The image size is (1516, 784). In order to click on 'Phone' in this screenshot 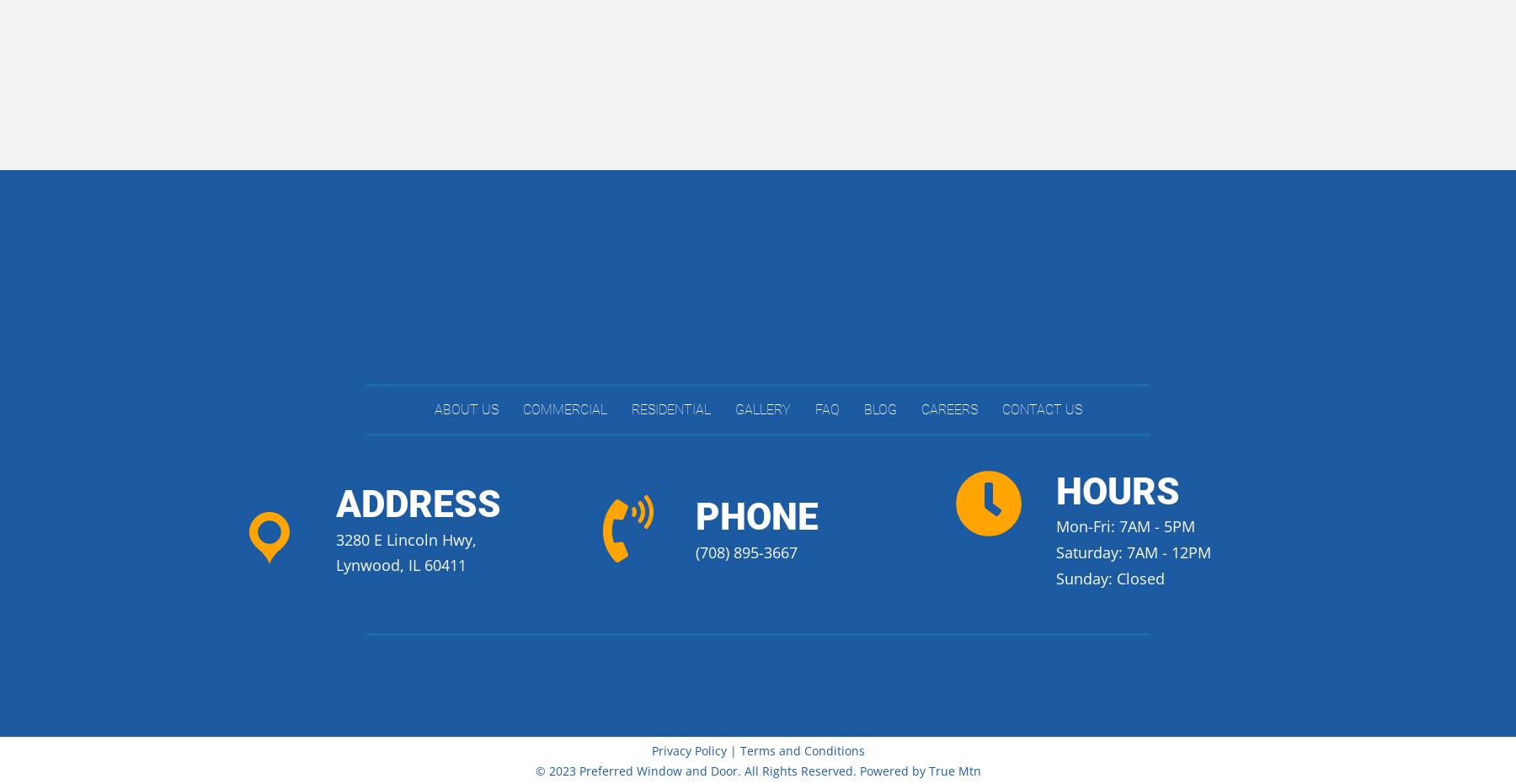, I will do `click(756, 516)`.